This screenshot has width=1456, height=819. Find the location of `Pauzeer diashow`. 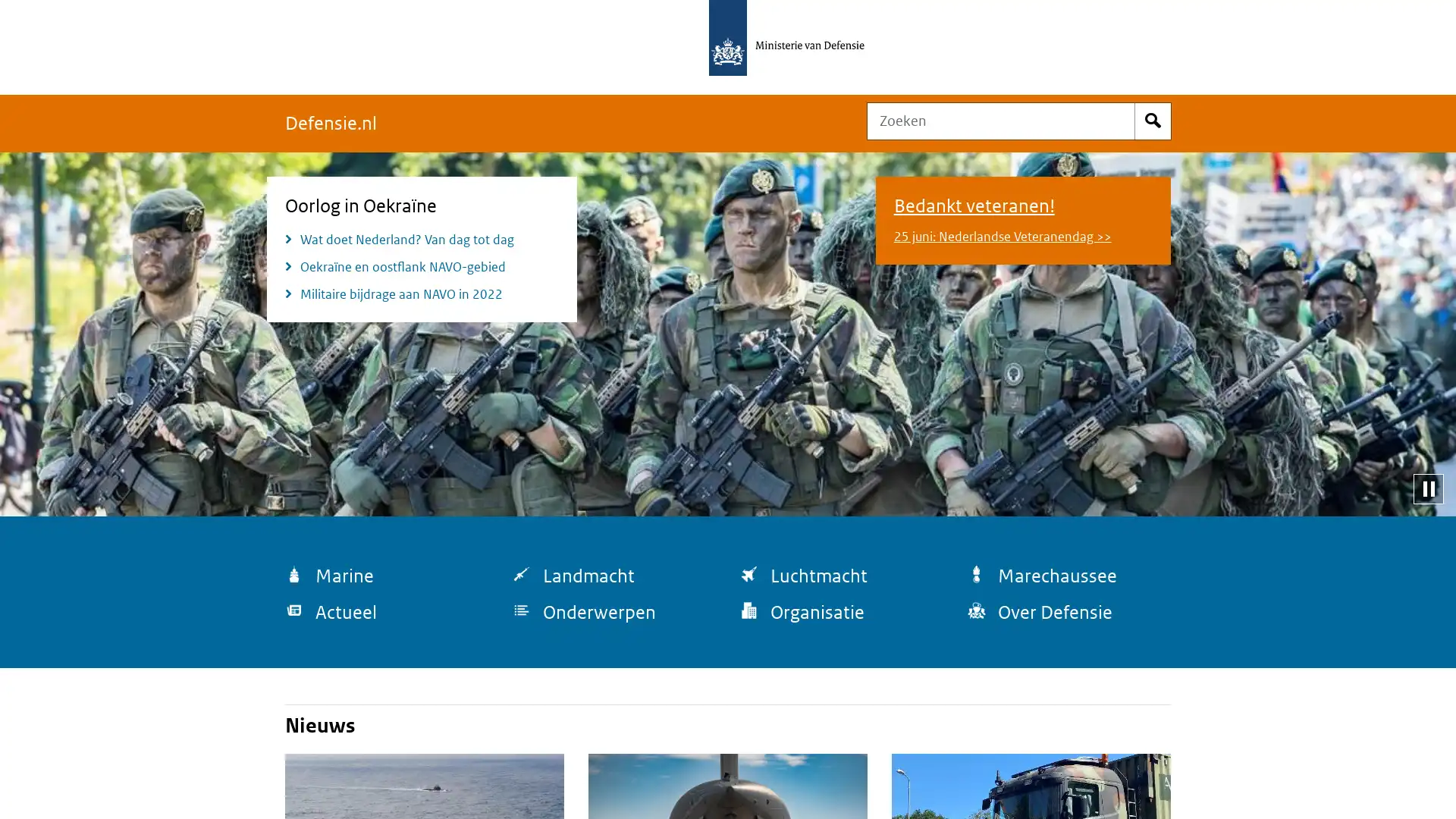

Pauzeer diashow is located at coordinates (1427, 488).